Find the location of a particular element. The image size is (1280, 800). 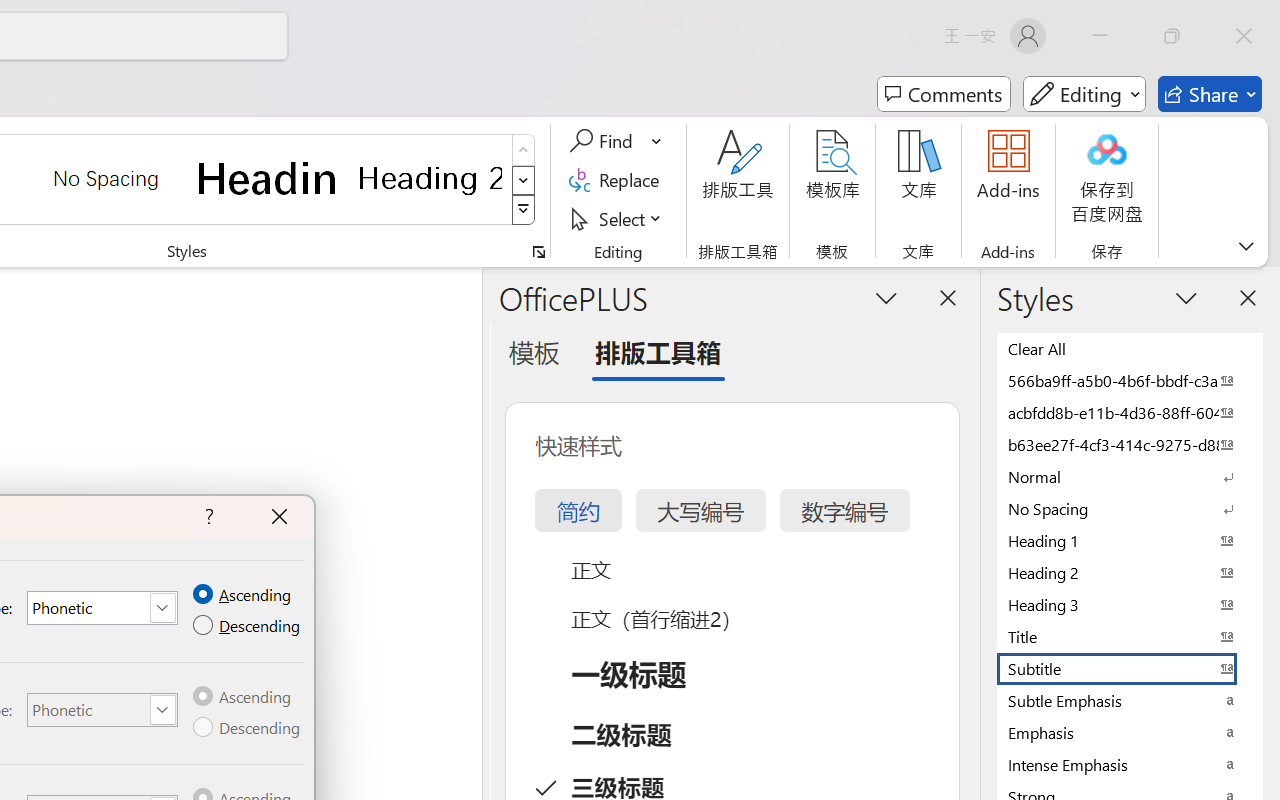

'566ba9ff-a5b0-4b6f-bbdf-c3ab41993fc2' is located at coordinates (1130, 379).